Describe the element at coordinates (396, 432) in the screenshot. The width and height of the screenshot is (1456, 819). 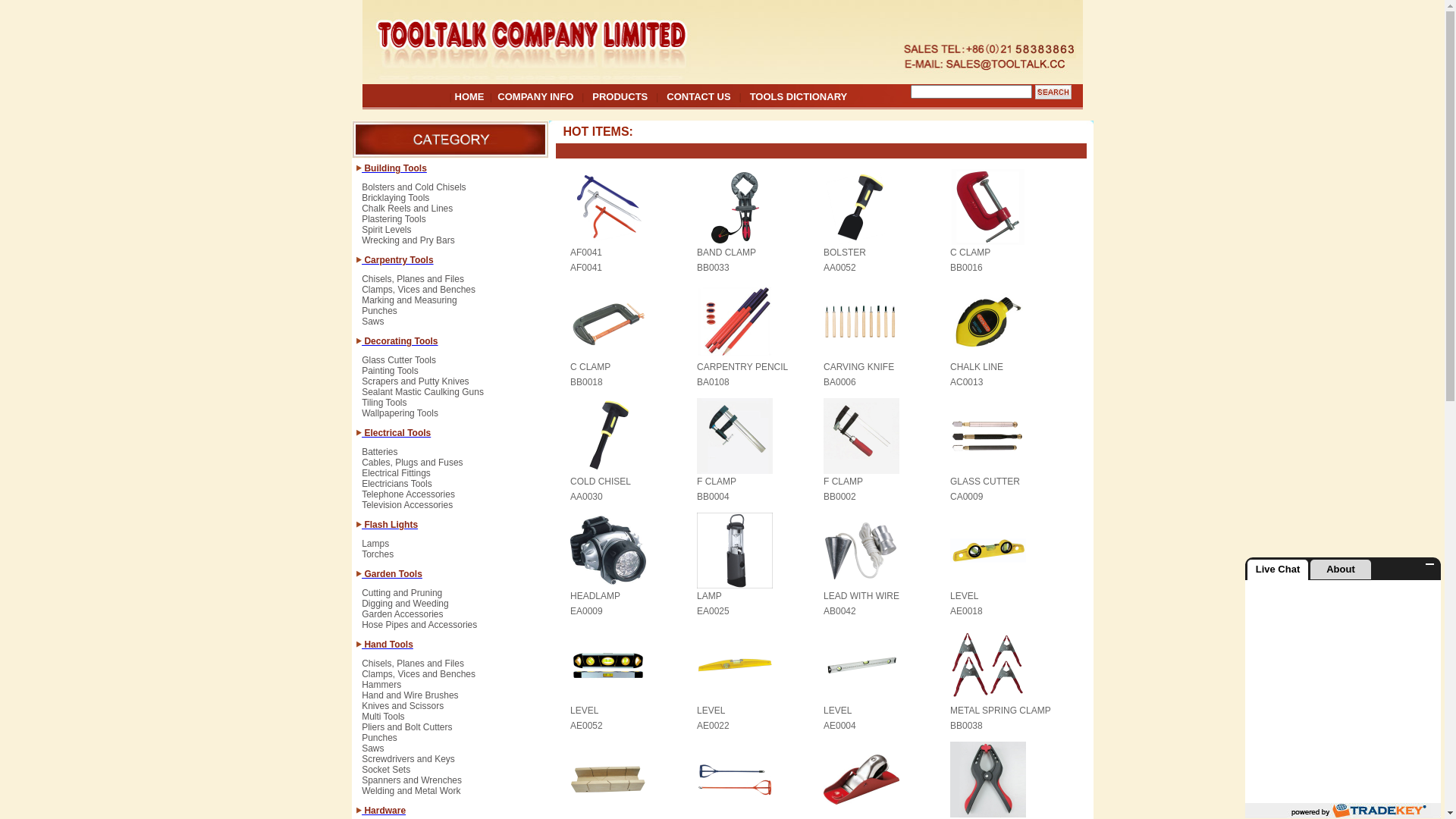
I see `'Electrical Tools'` at that location.